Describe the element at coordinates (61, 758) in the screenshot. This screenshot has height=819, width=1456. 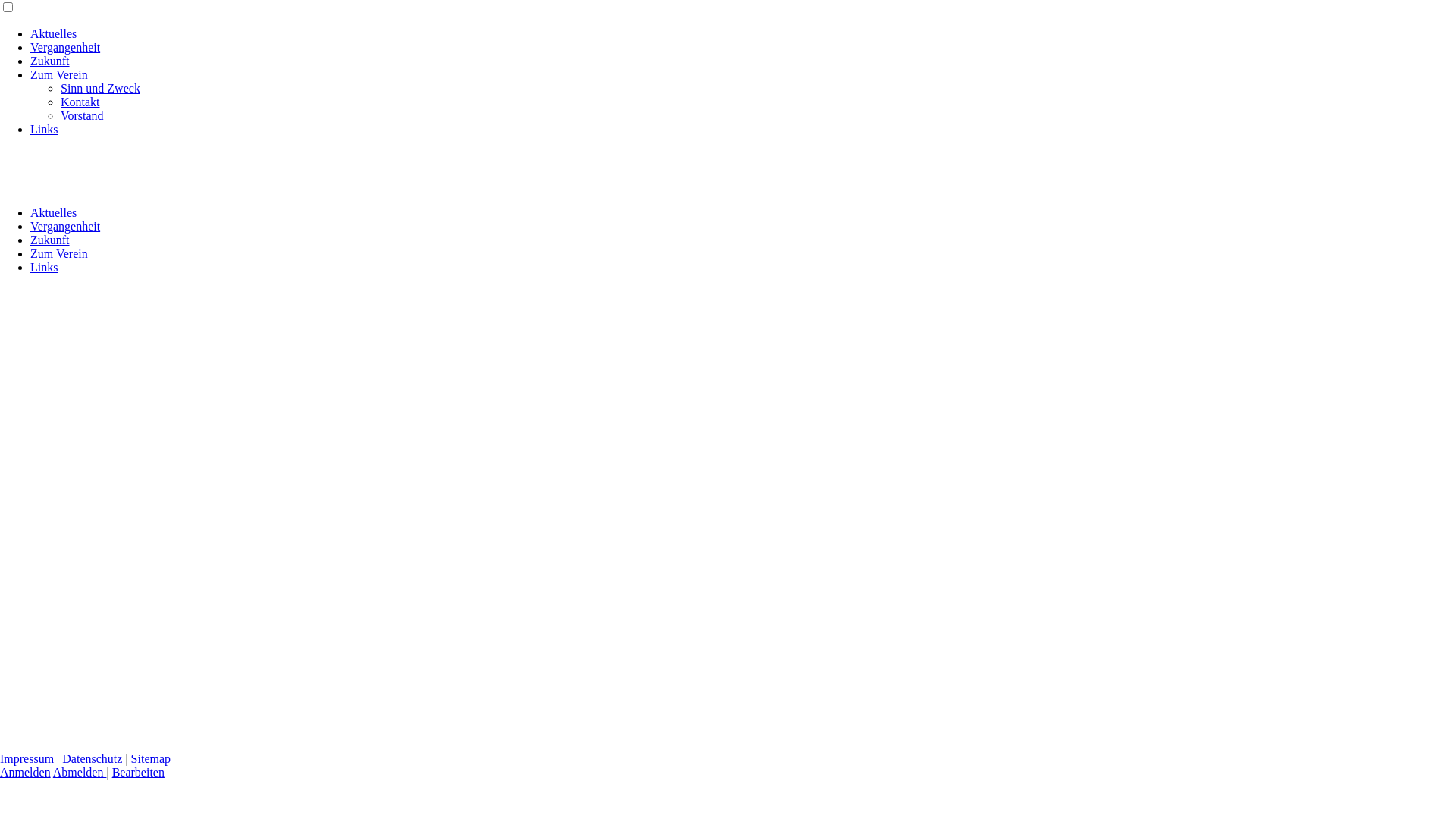
I see `'Datenschutz'` at that location.